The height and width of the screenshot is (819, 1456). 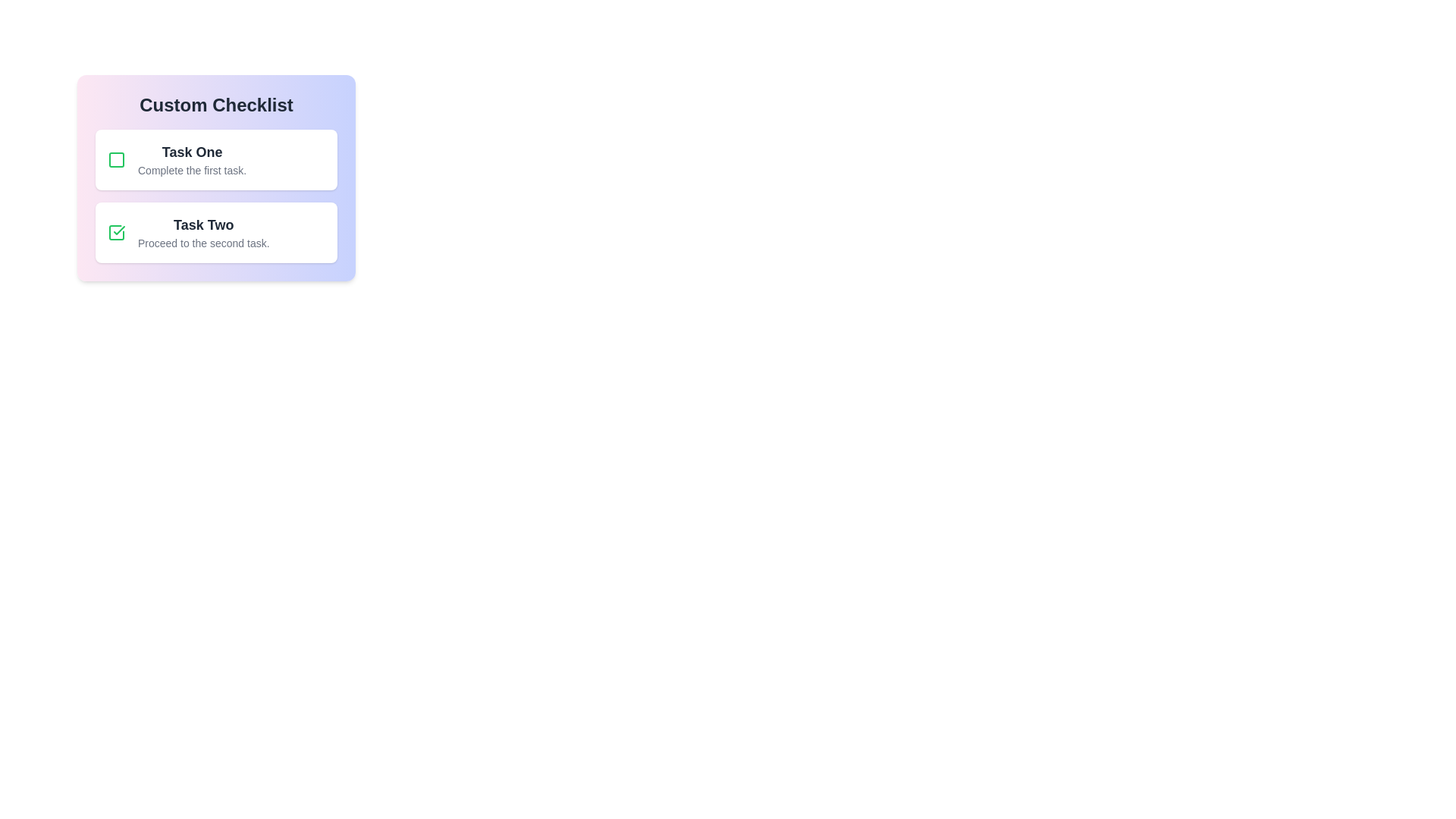 I want to click on the second checklist item, located under 'Custom Checklist' and labeled 'Task Two', so click(x=215, y=233).